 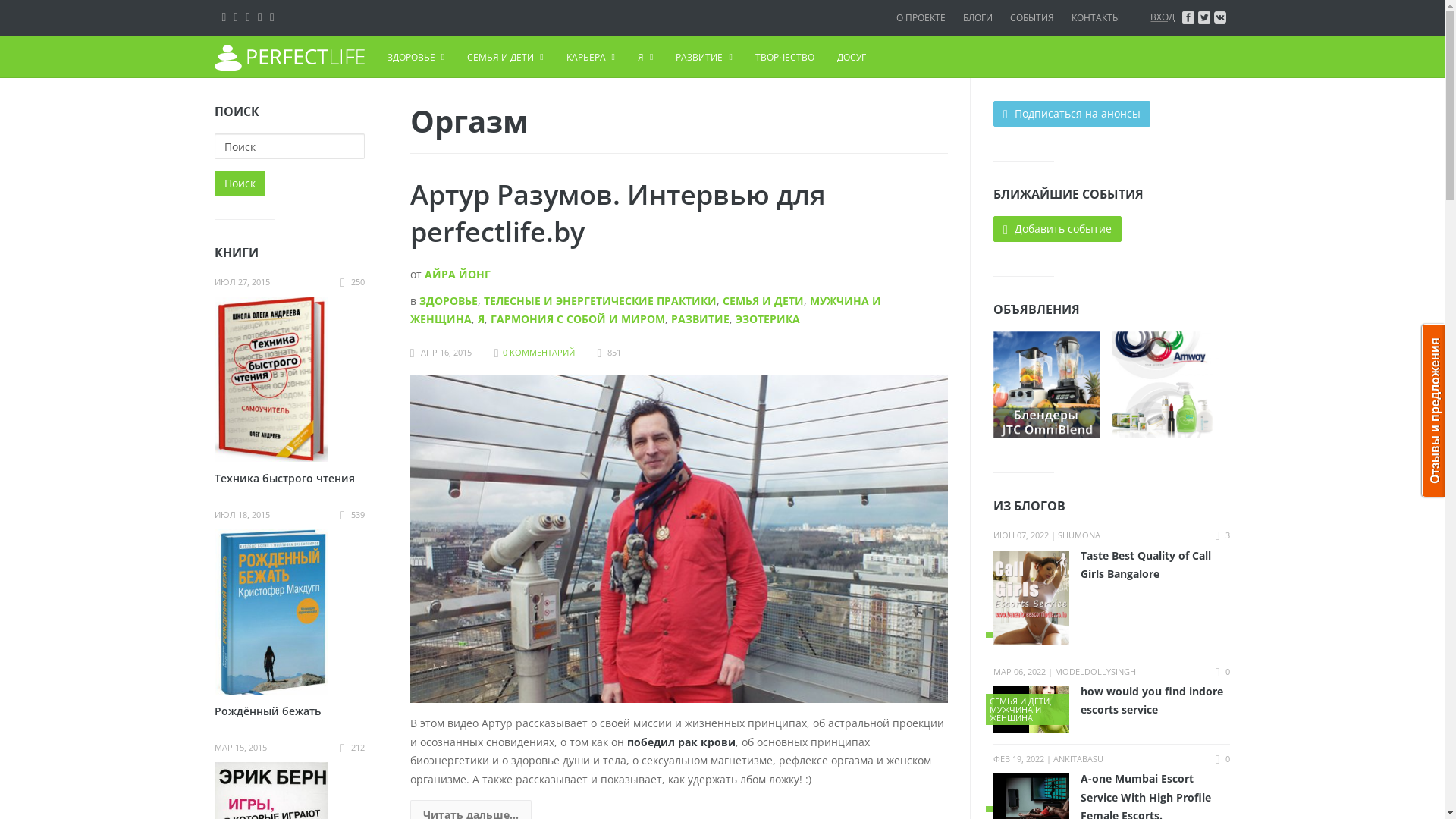 I want to click on 'Google+', so click(x=259, y=16).